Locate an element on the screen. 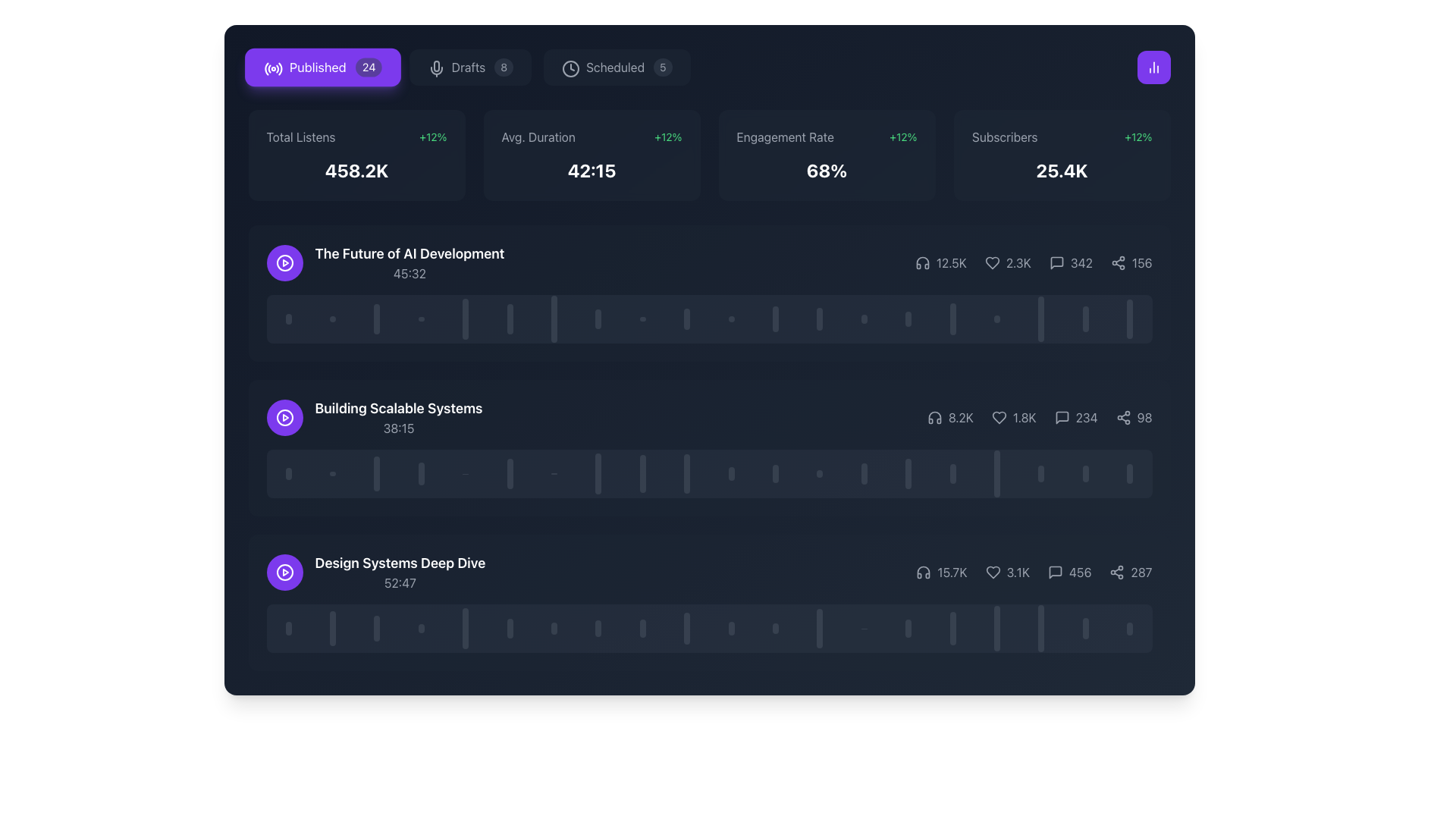 The image size is (1456, 819). the Information card displaying 'Engagement Rate' with a dark gray background, rounded corners, and a blurred effect, which is the third card in a horizontal grid layout is located at coordinates (826, 155).